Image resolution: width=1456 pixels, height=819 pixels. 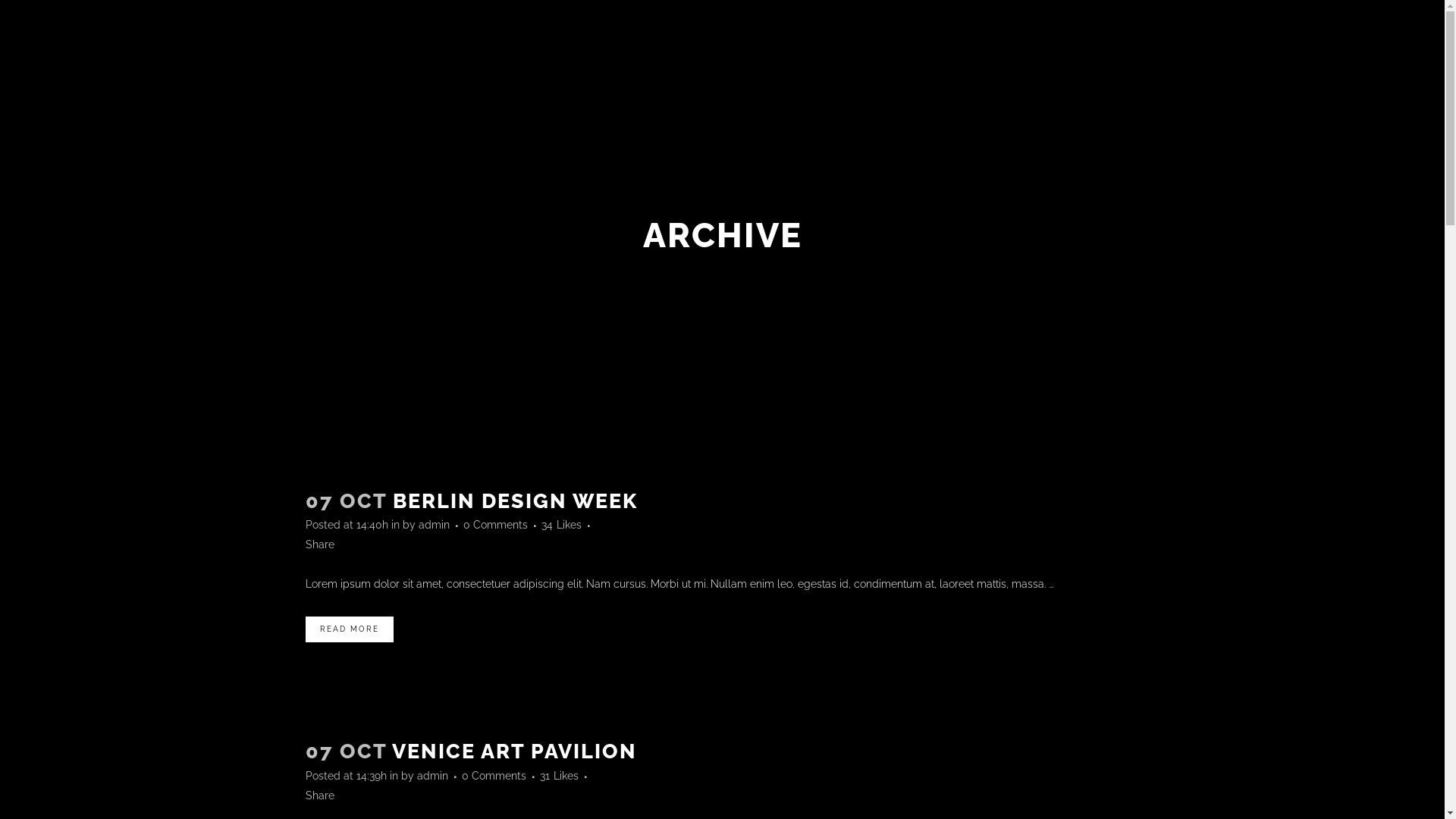 What do you see at coordinates (318, 543) in the screenshot?
I see `'Share'` at bounding box center [318, 543].